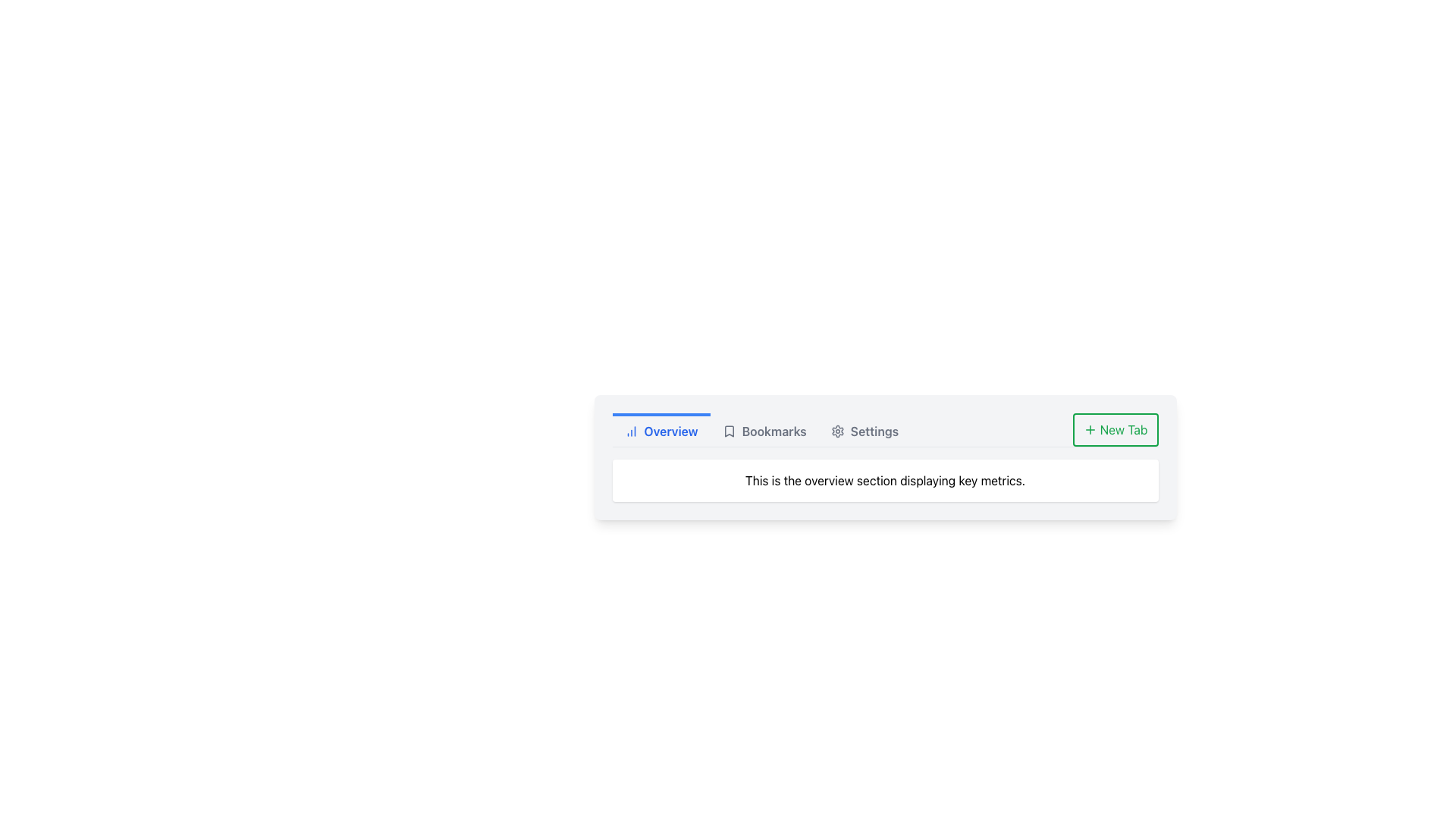  Describe the element at coordinates (836, 431) in the screenshot. I see `the settings icon located to the left of the 'Settings' text in the main navigation bar` at that location.